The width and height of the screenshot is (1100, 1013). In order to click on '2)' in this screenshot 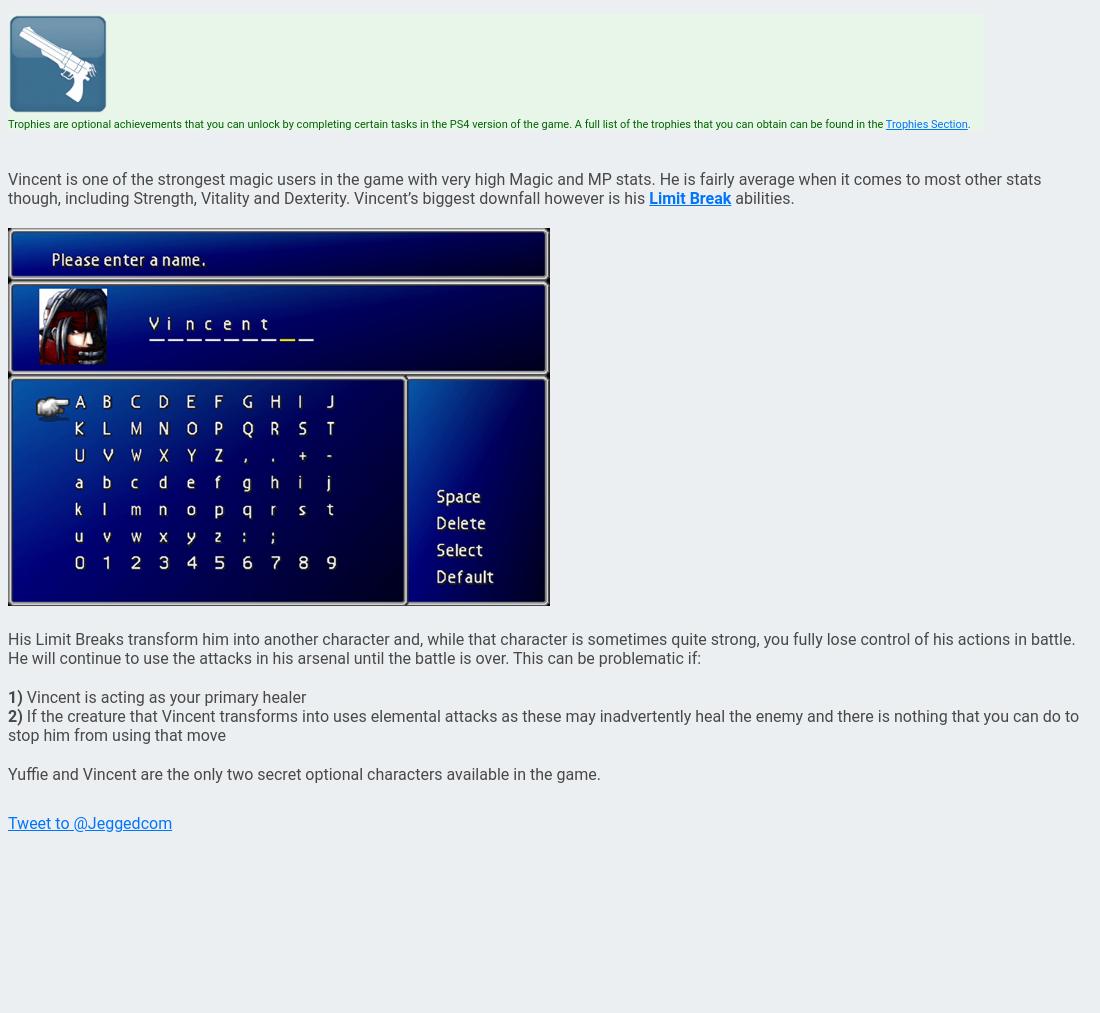, I will do `click(7, 716)`.